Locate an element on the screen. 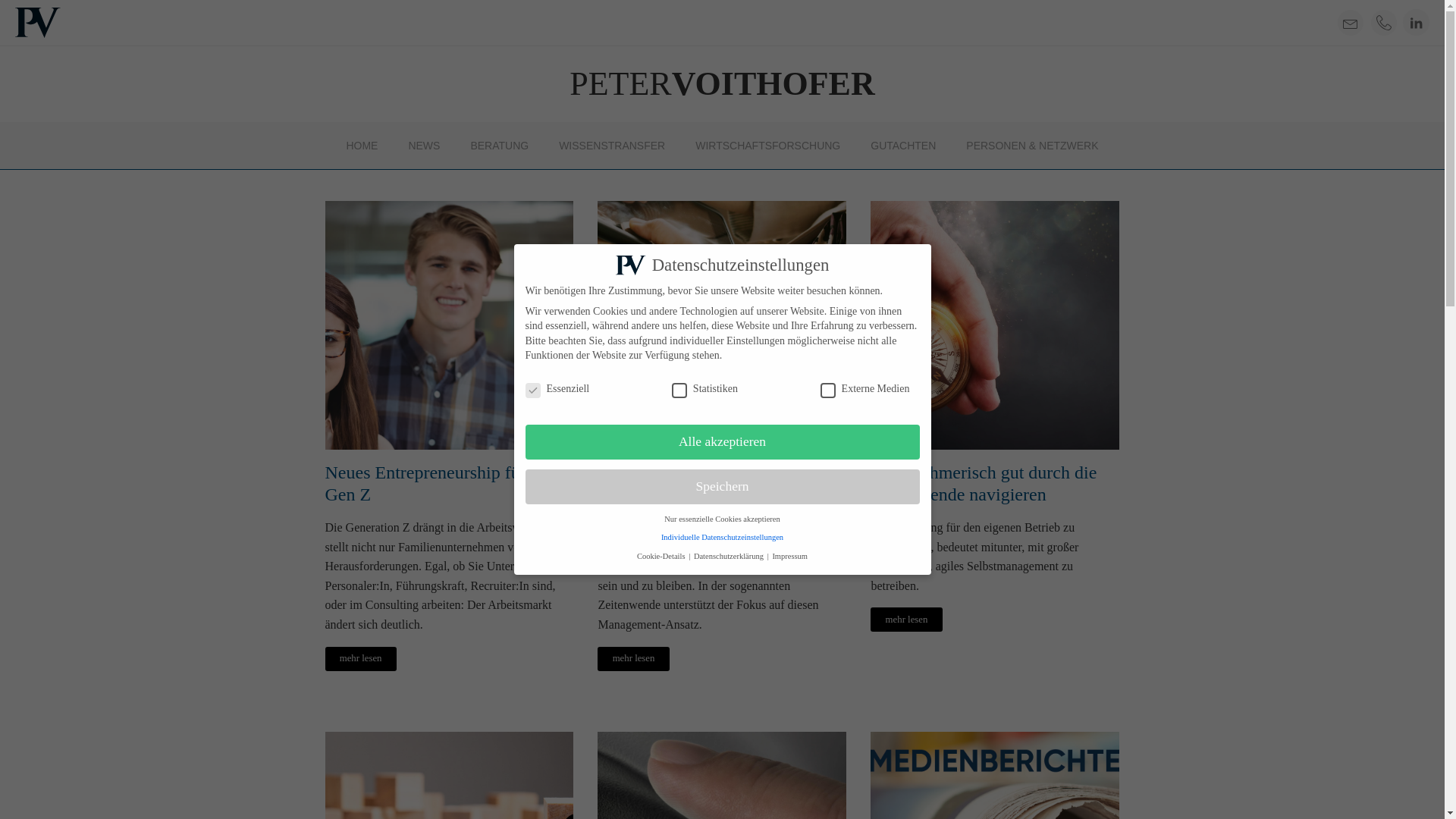 This screenshot has height=819, width=1456. 'Nur essenzielle Cookies akzeptieren' is located at coordinates (720, 518).